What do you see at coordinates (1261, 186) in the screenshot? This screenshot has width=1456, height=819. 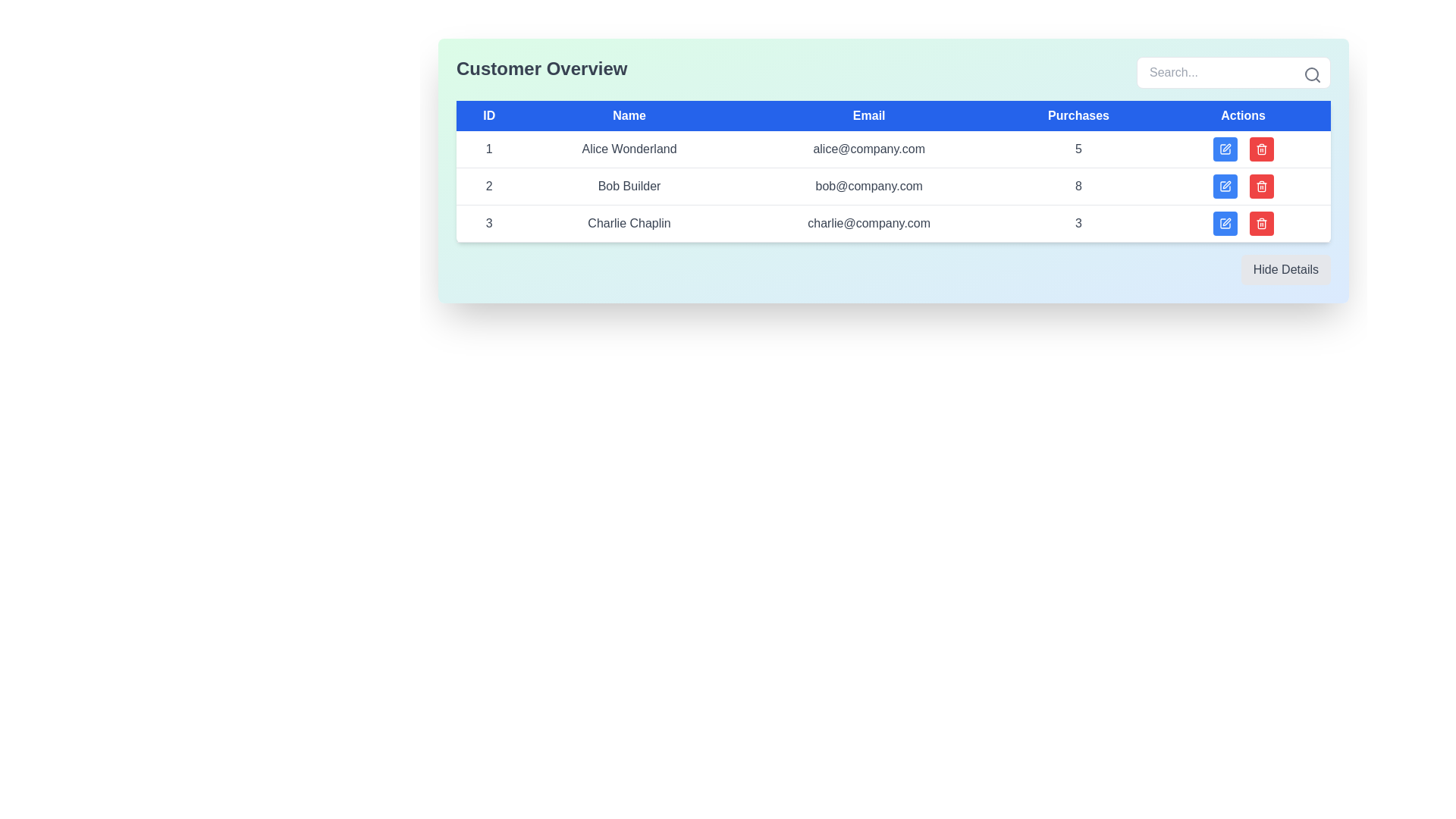 I see `the delete icon located in the 'Actions' column of the third row of the visible table` at bounding box center [1261, 186].